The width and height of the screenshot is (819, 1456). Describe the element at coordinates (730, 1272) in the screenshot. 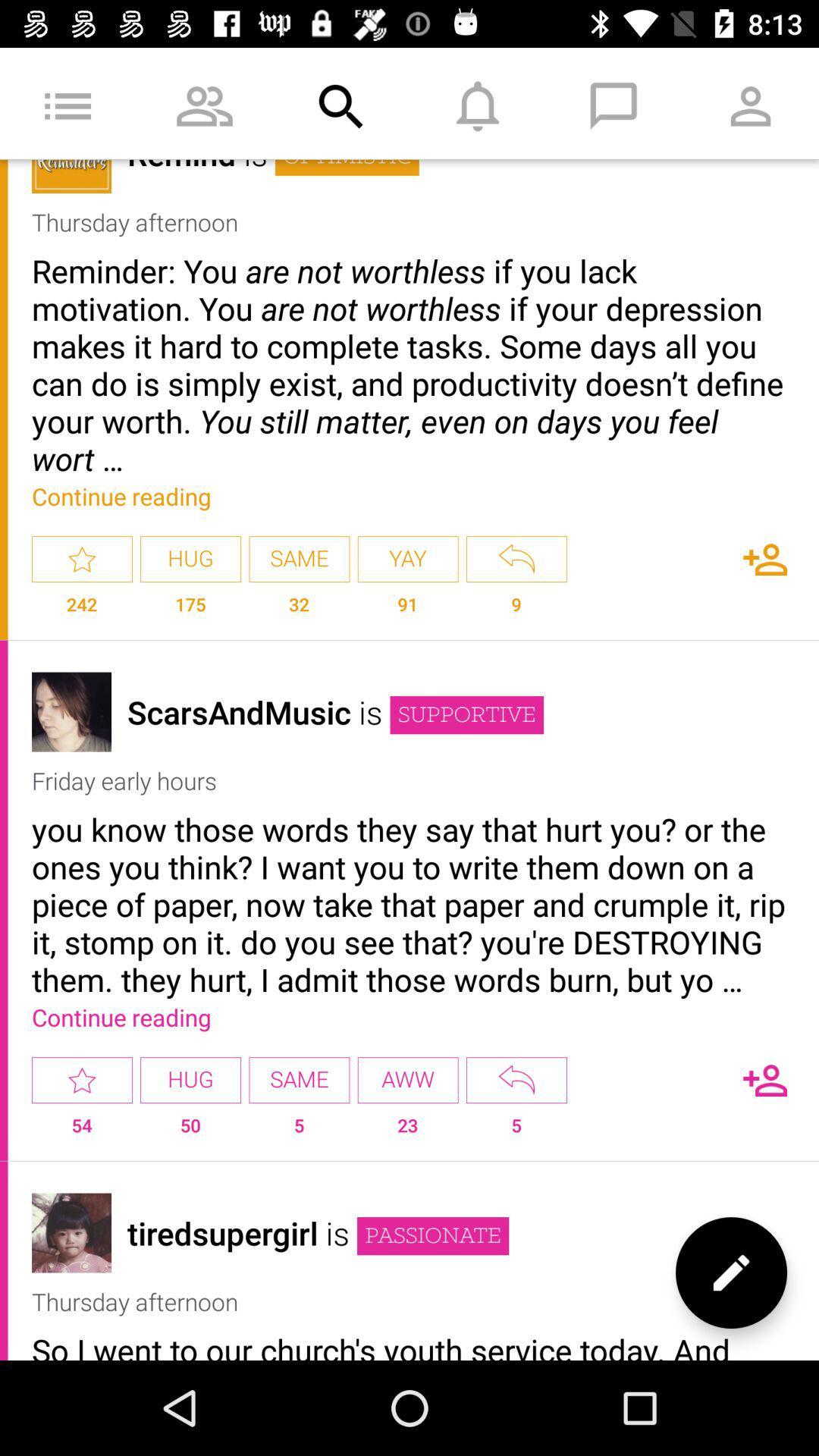

I see `the edit icon` at that location.